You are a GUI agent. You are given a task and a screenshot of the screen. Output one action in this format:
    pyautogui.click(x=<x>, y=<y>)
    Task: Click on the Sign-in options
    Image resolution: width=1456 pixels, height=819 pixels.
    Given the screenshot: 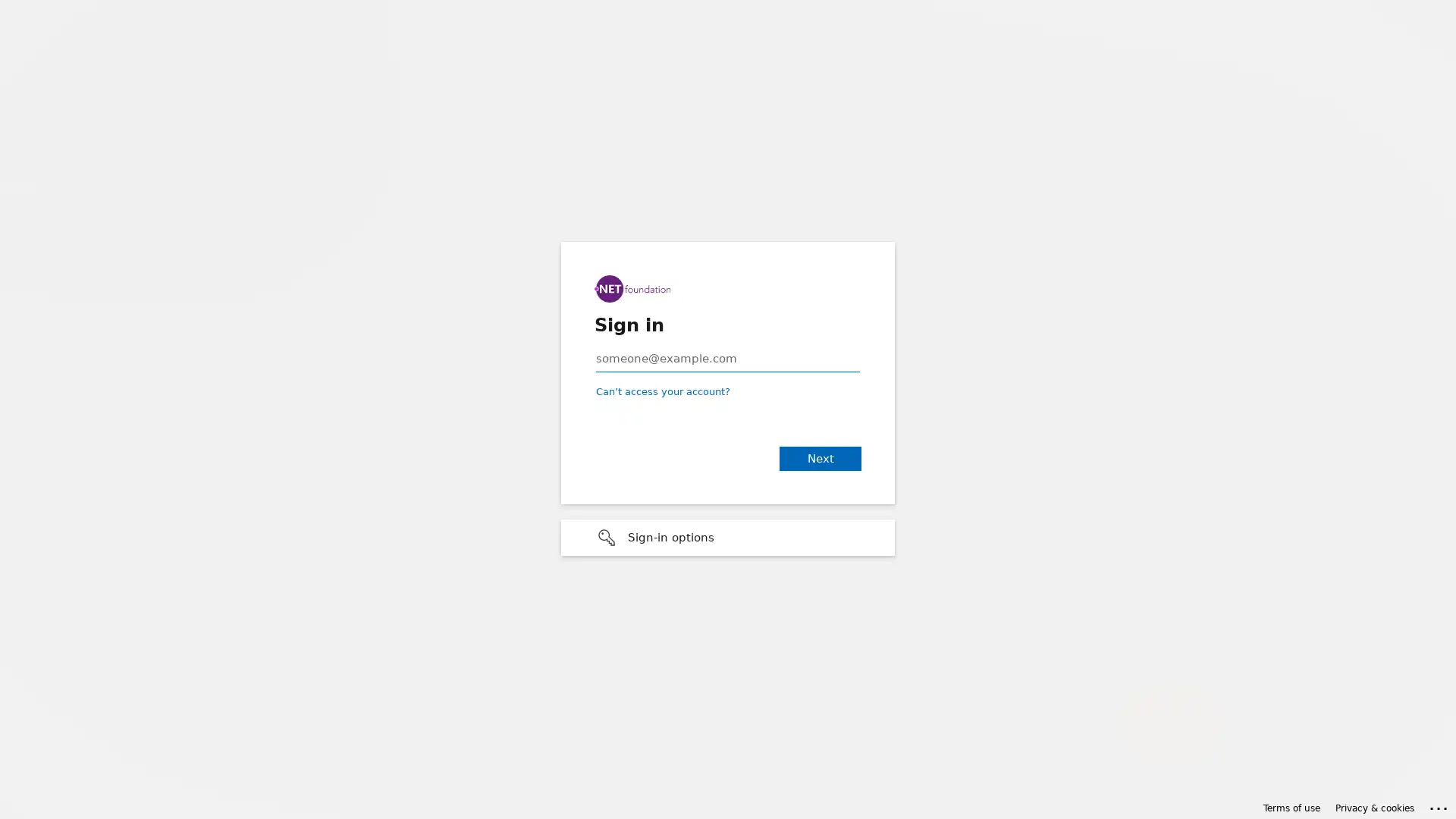 What is the action you would take?
    pyautogui.click(x=728, y=537)
    